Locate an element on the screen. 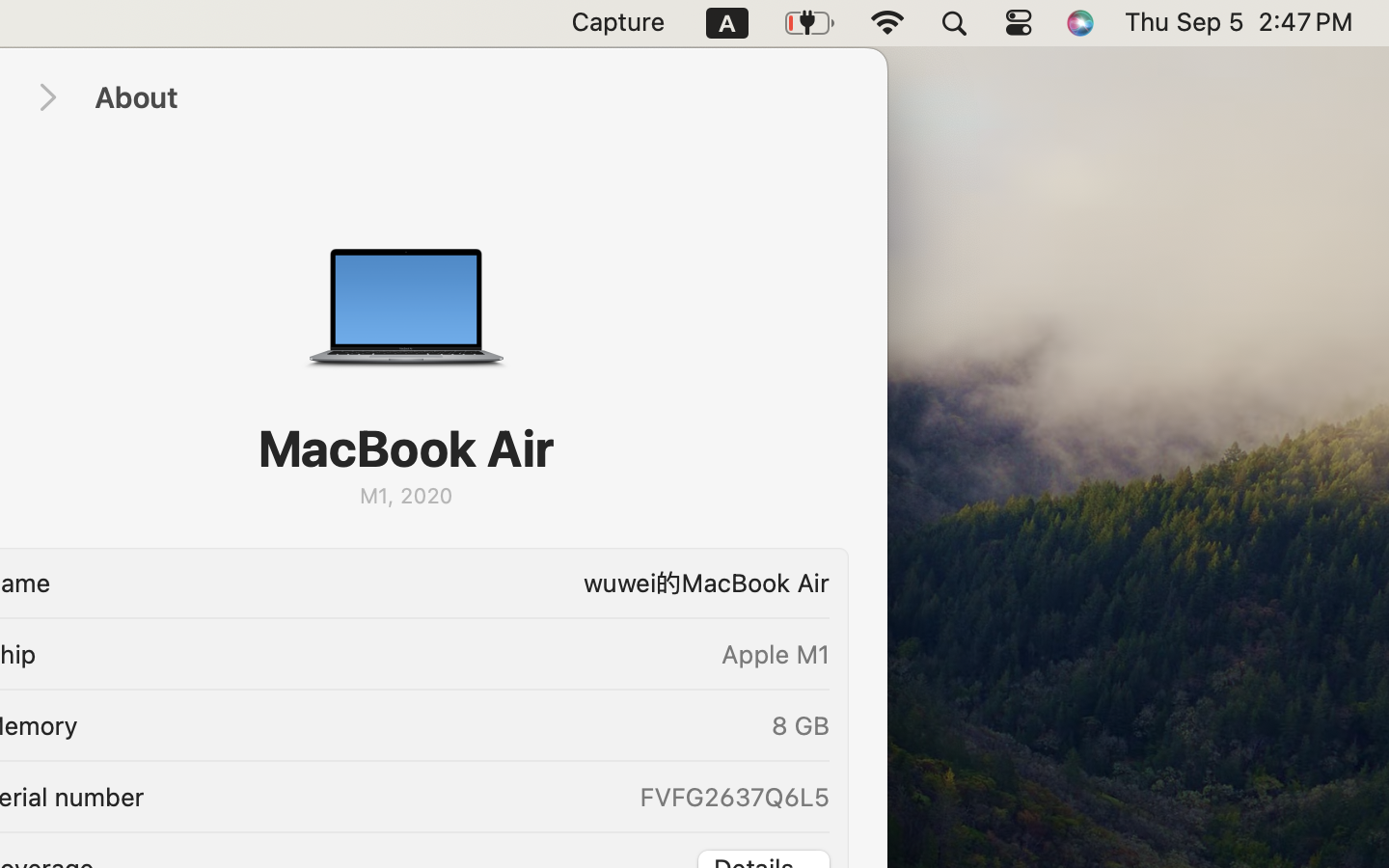 Image resolution: width=1389 pixels, height=868 pixels. '8 GB' is located at coordinates (801, 724).